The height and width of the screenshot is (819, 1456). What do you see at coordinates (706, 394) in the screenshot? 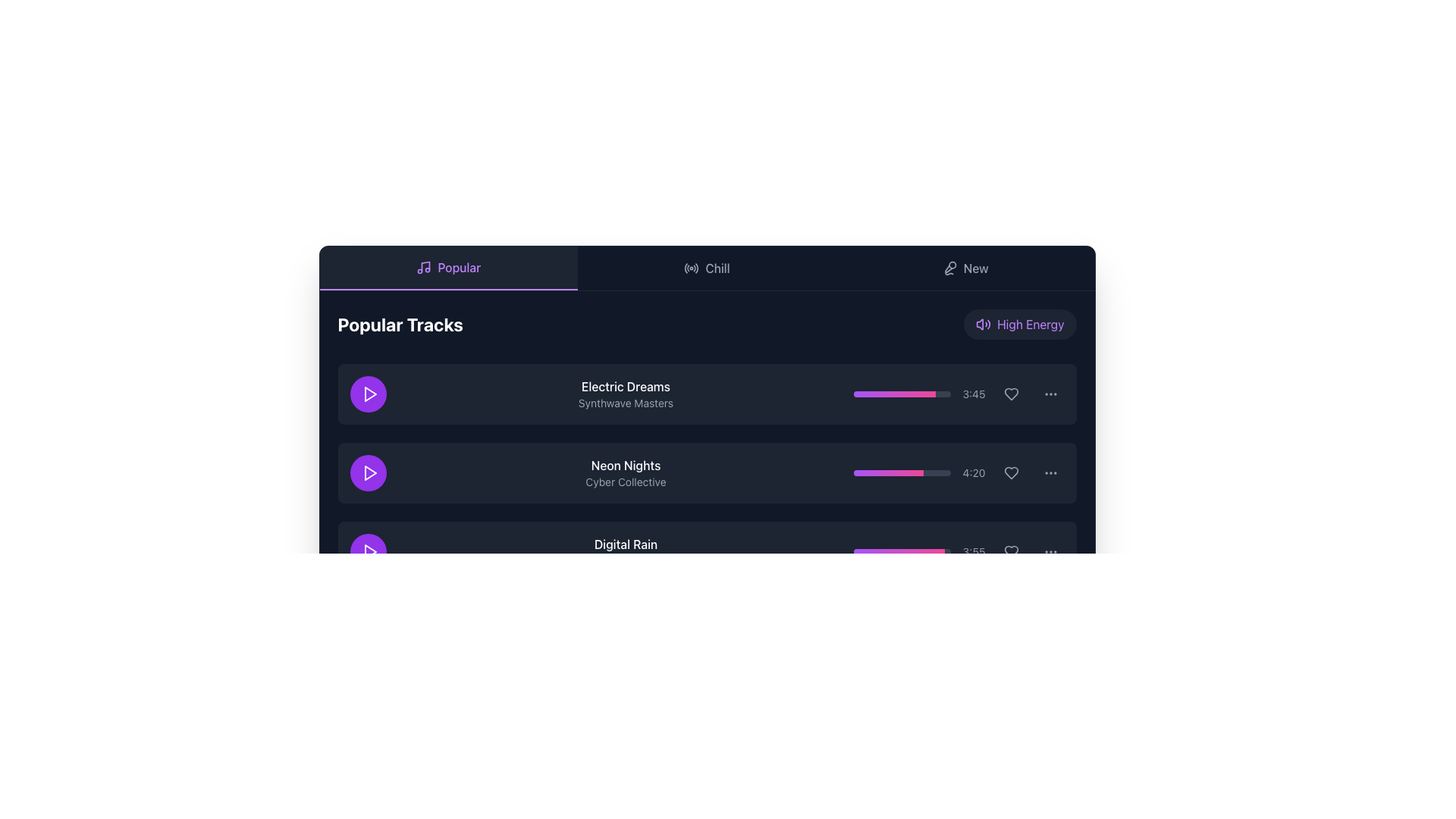
I see `the music track titled 'Electric Dreams' by clicking on the track list item located second from the top in the playlist interface` at bounding box center [706, 394].